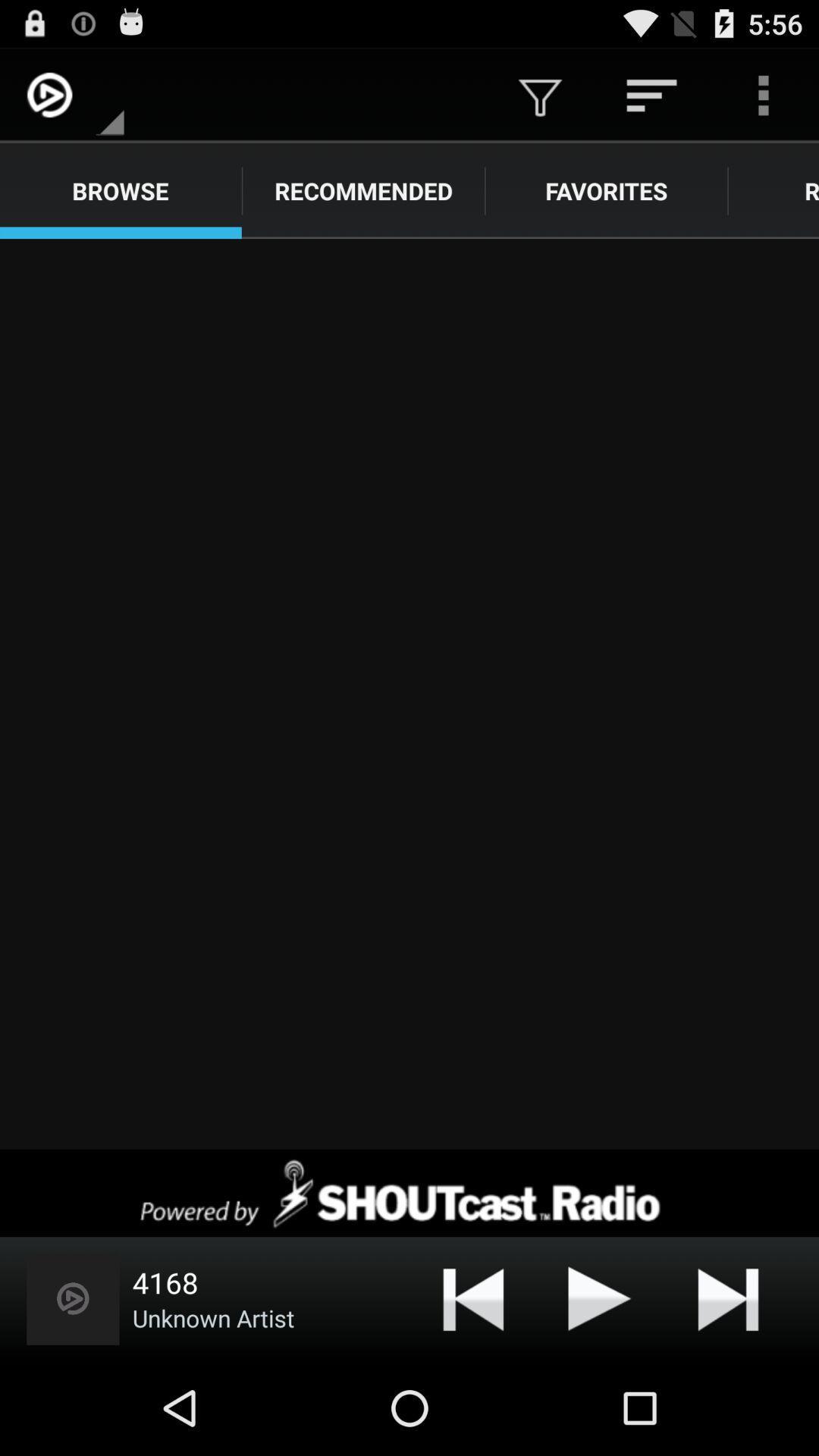  I want to click on previous music, so click(472, 1298).